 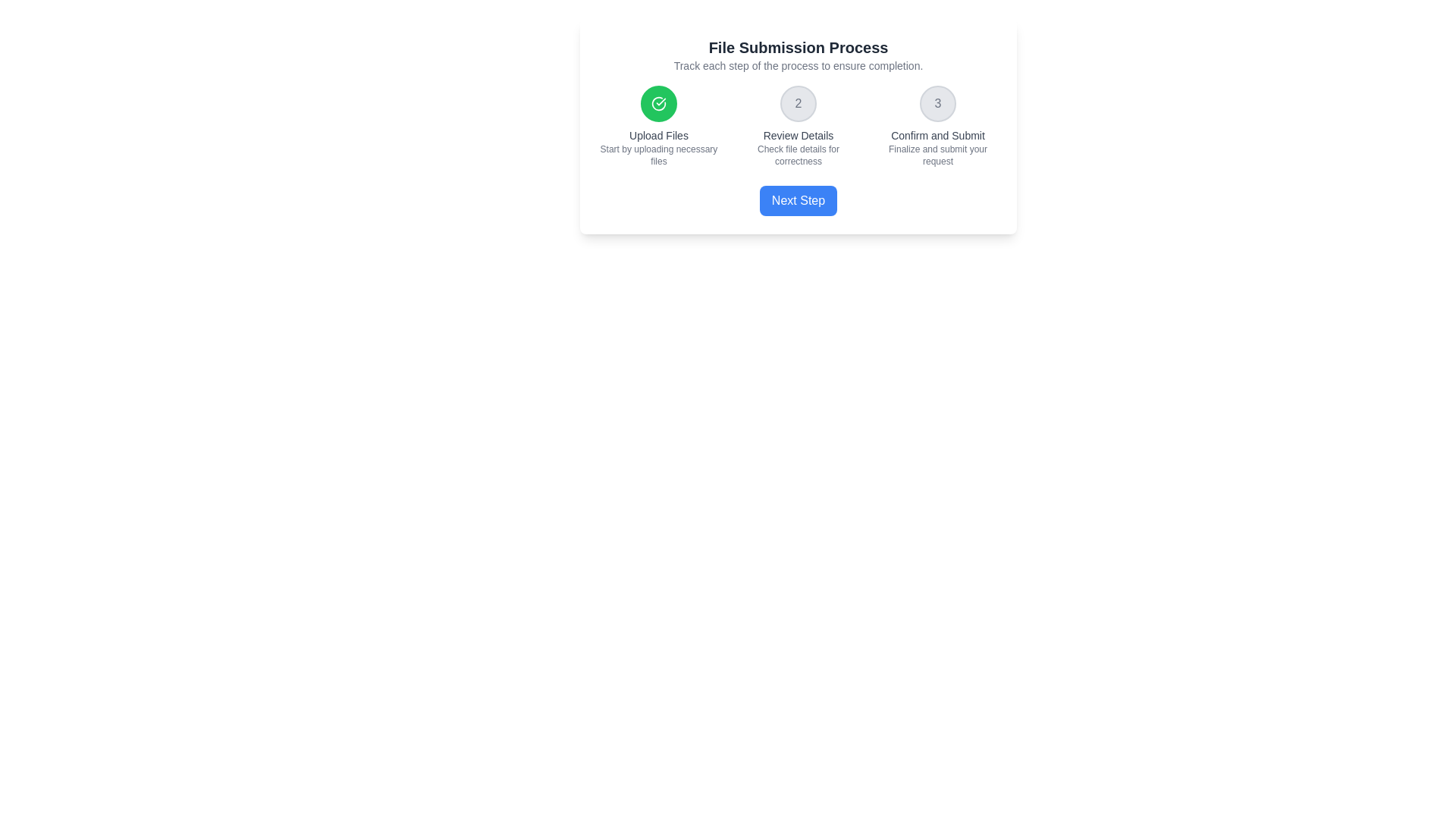 I want to click on the navigation button located at the bottom of the 'File Submission Process' card to change its background color, so click(x=797, y=200).